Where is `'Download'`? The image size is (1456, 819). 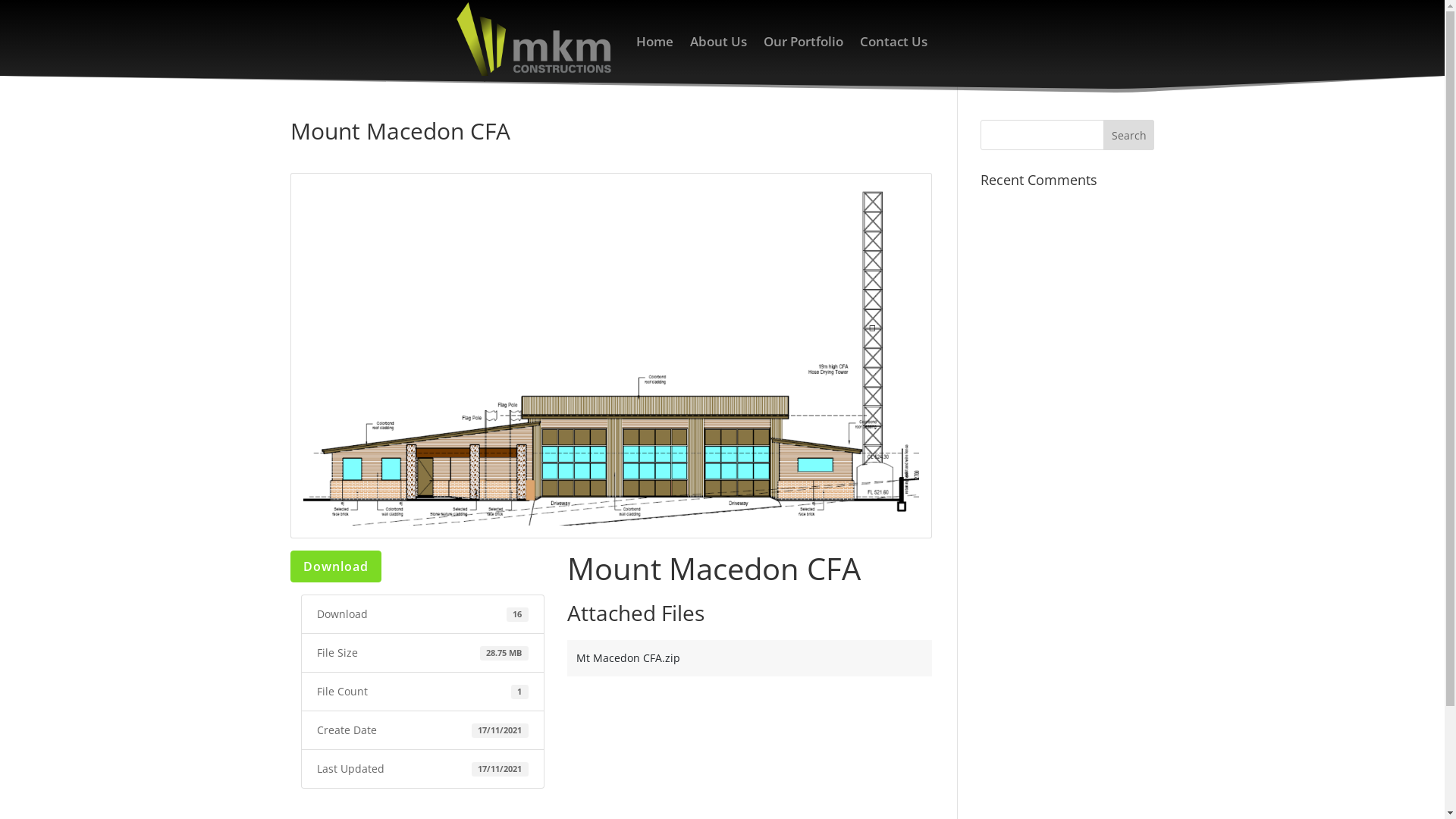
'Download' is located at coordinates (334, 566).